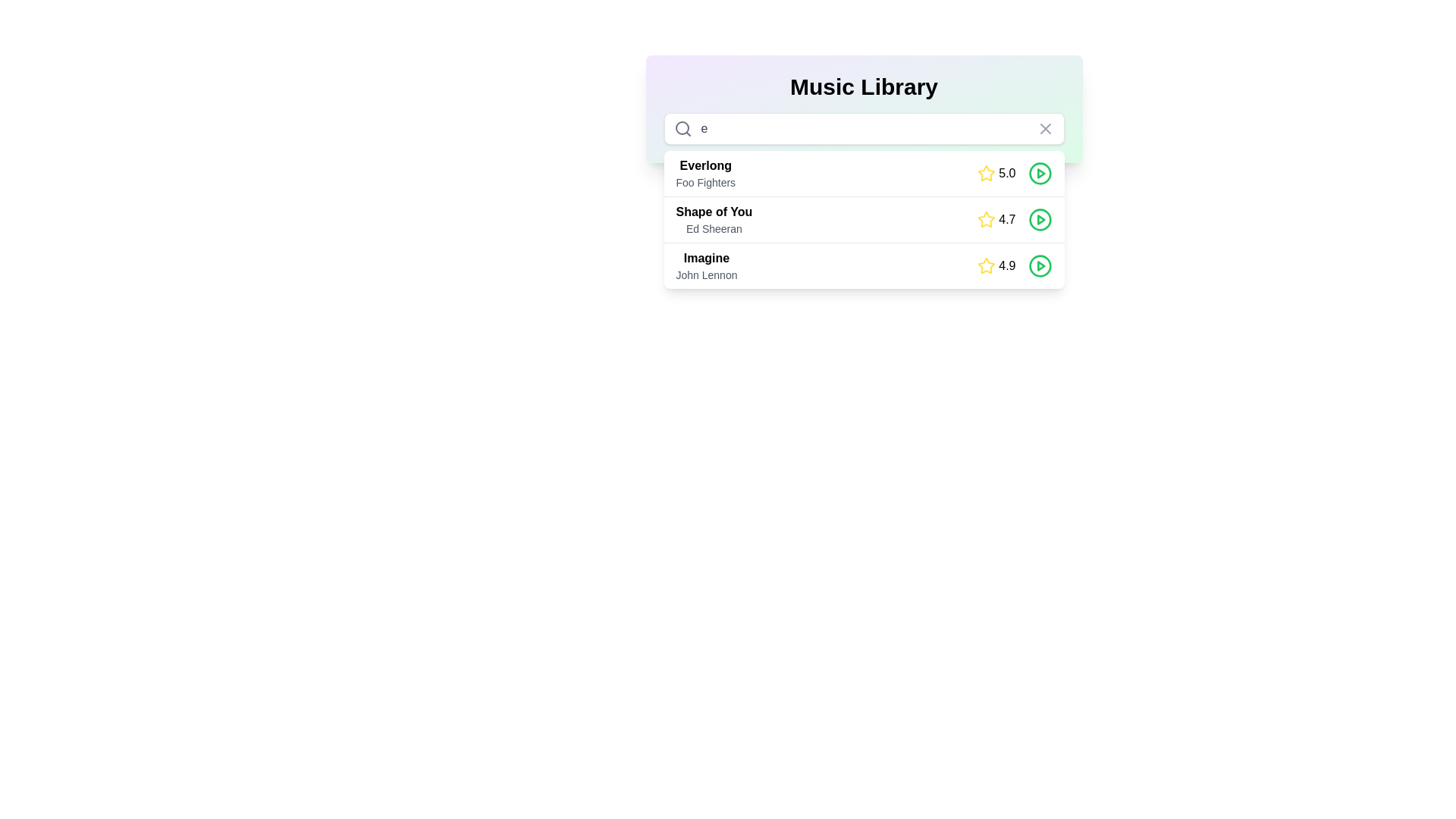 Image resolution: width=1456 pixels, height=819 pixels. What do you see at coordinates (1040, 219) in the screenshot?
I see `the play icon in the second interactive row for the song 'Shape of You' by Ed Sheeran` at bounding box center [1040, 219].